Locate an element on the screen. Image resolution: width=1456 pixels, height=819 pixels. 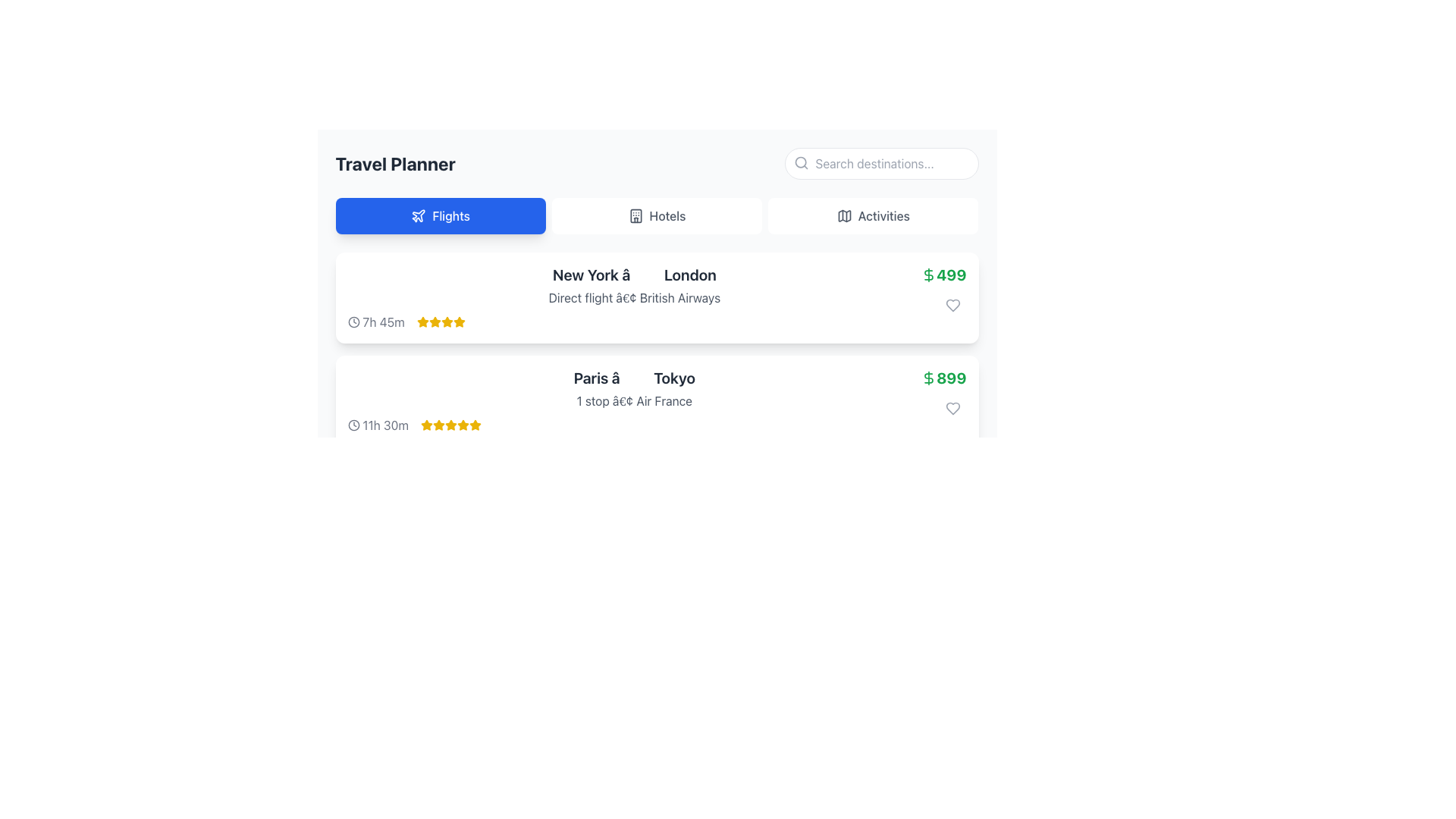
the price value '$499' in bold green text along with the heart icon in grey, located at the top-right corner of the flight offer card from New York to London is located at coordinates (943, 292).